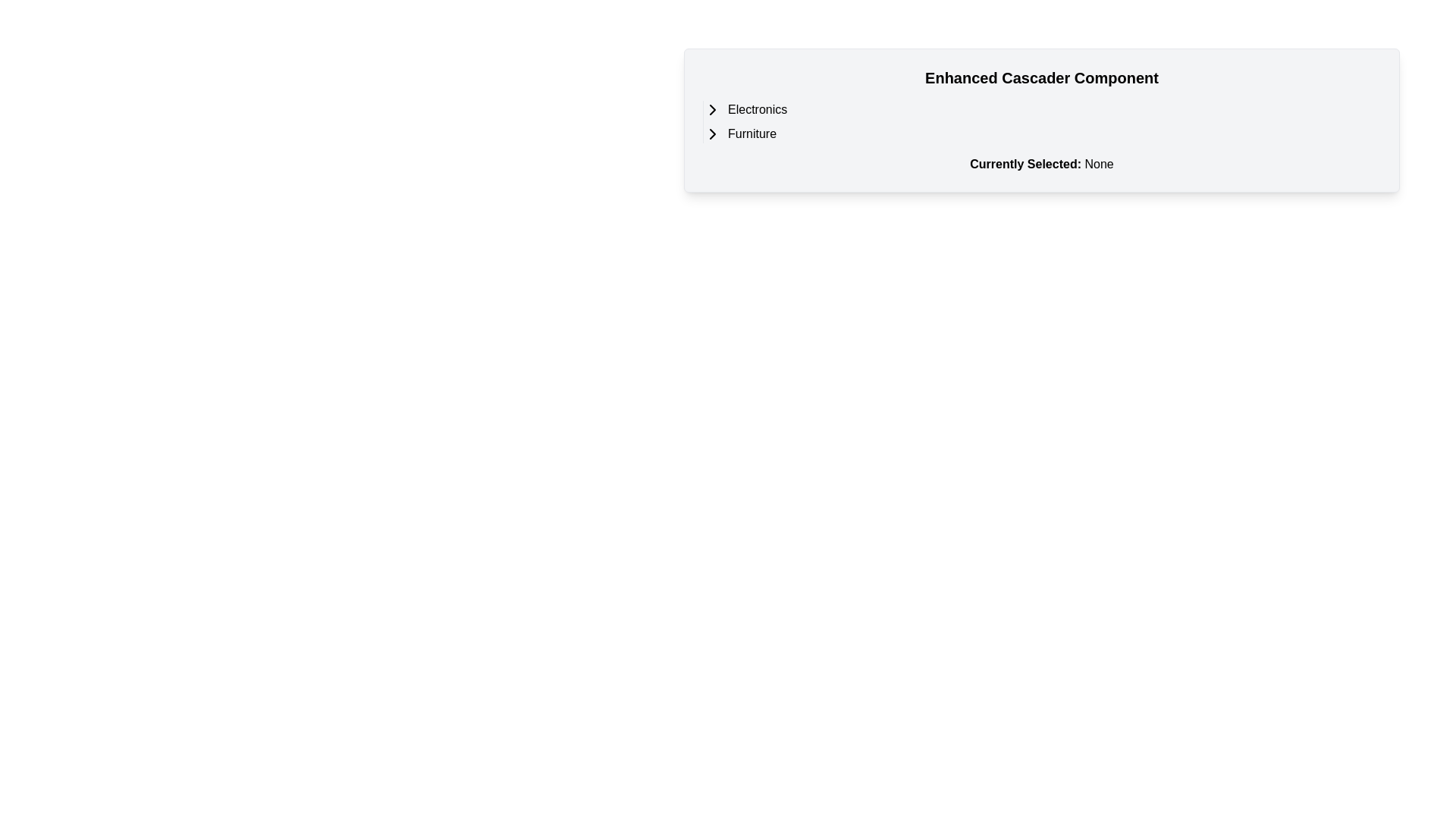 The width and height of the screenshot is (1456, 819). I want to click on the 'Electronics' text label, so click(758, 109).